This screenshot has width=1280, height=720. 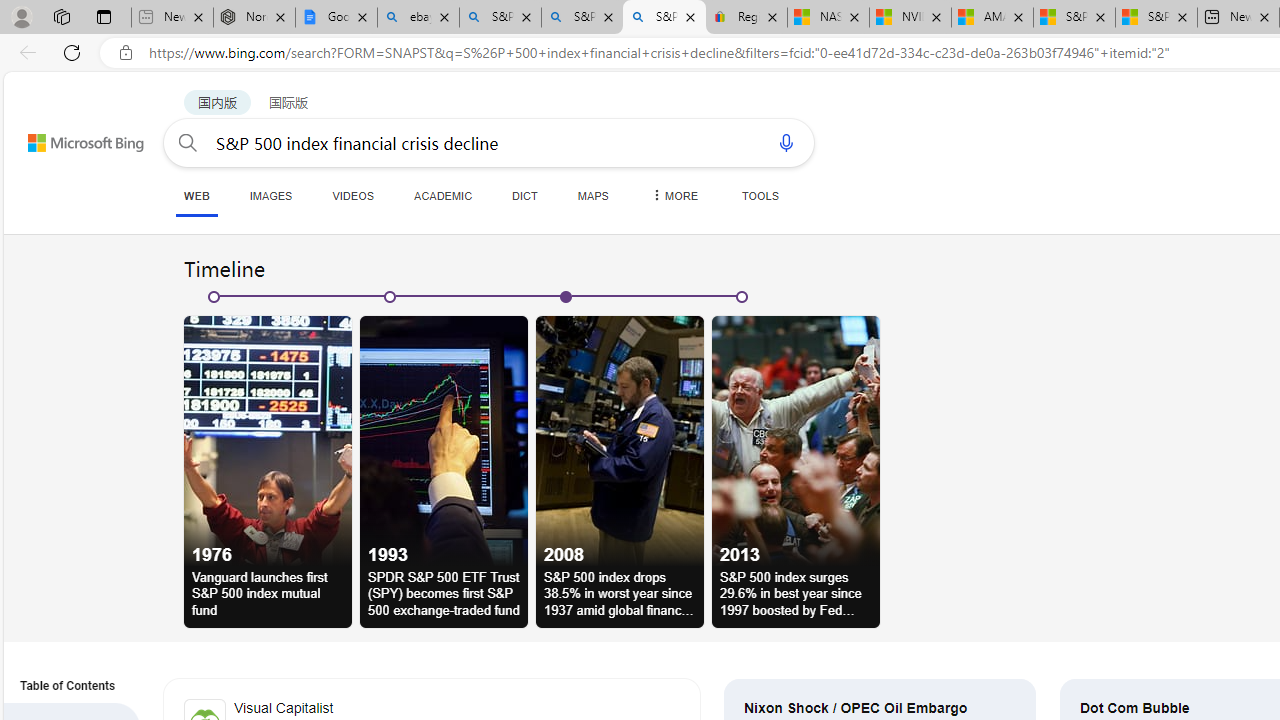 What do you see at coordinates (417, 17) in the screenshot?
I see `'ebay - Search'` at bounding box center [417, 17].